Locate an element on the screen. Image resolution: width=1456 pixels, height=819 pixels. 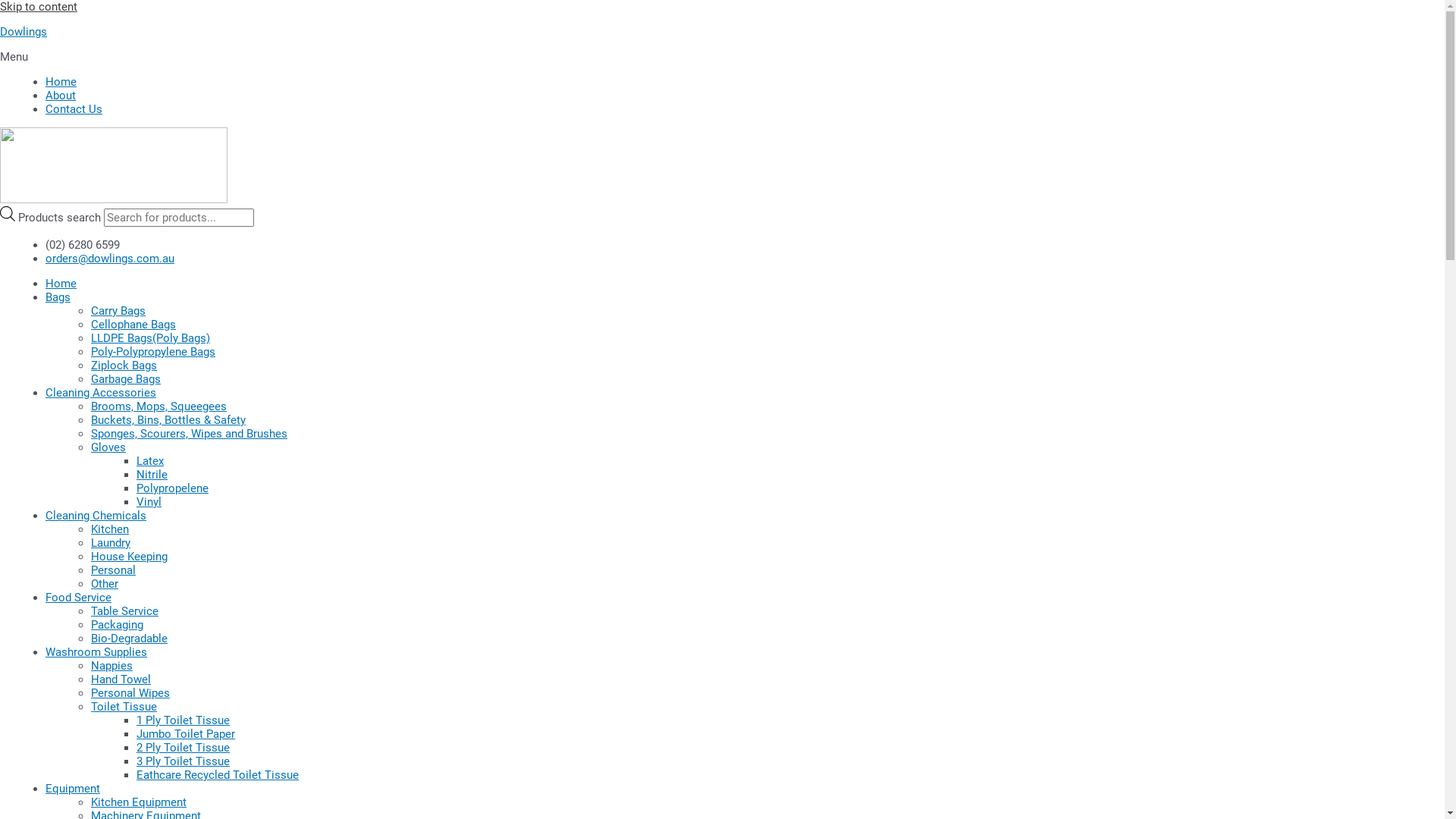
'Sponges, Scourers, Wipes and Brushes' is located at coordinates (188, 433).